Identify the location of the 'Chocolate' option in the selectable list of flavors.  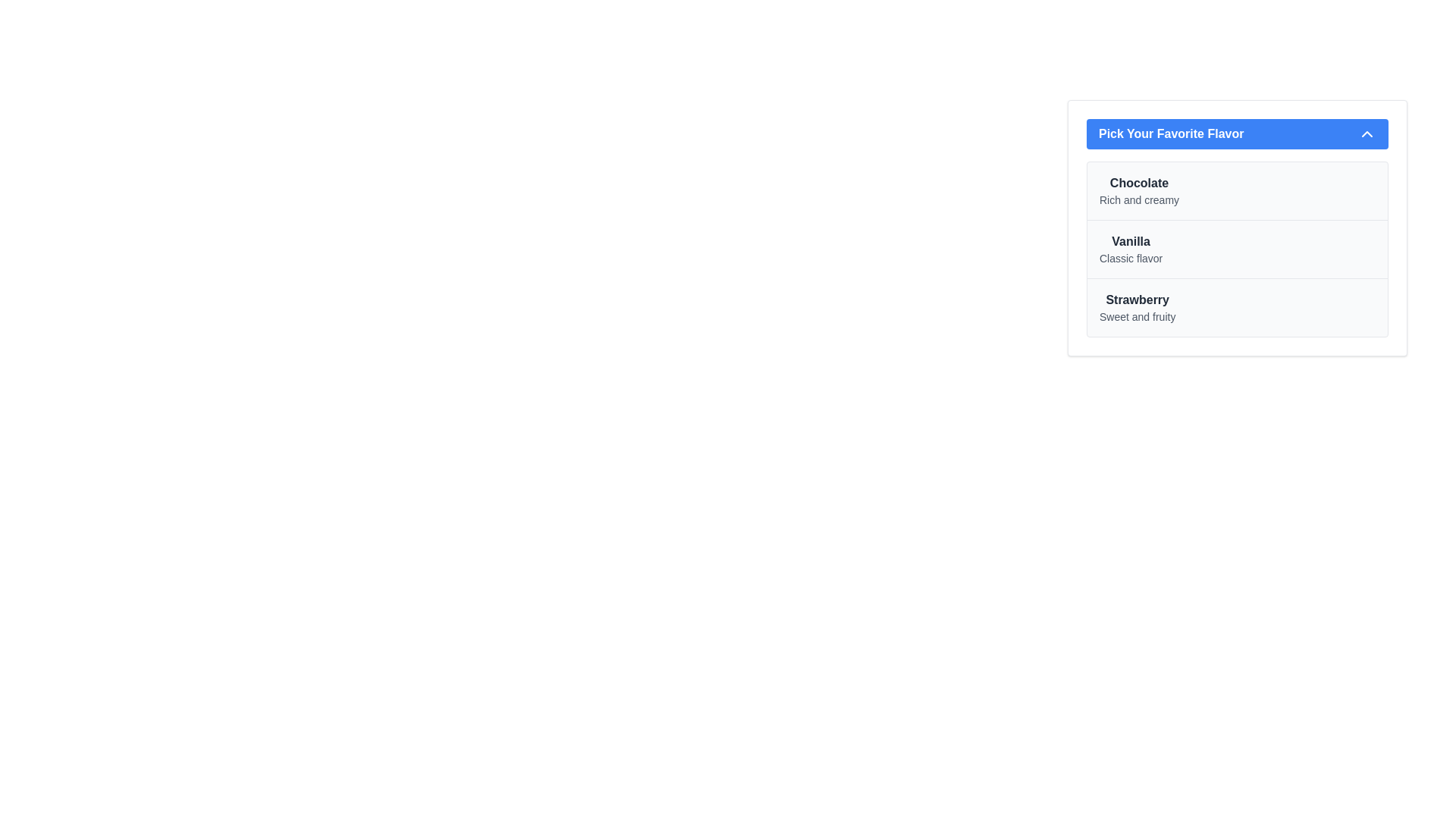
(1238, 190).